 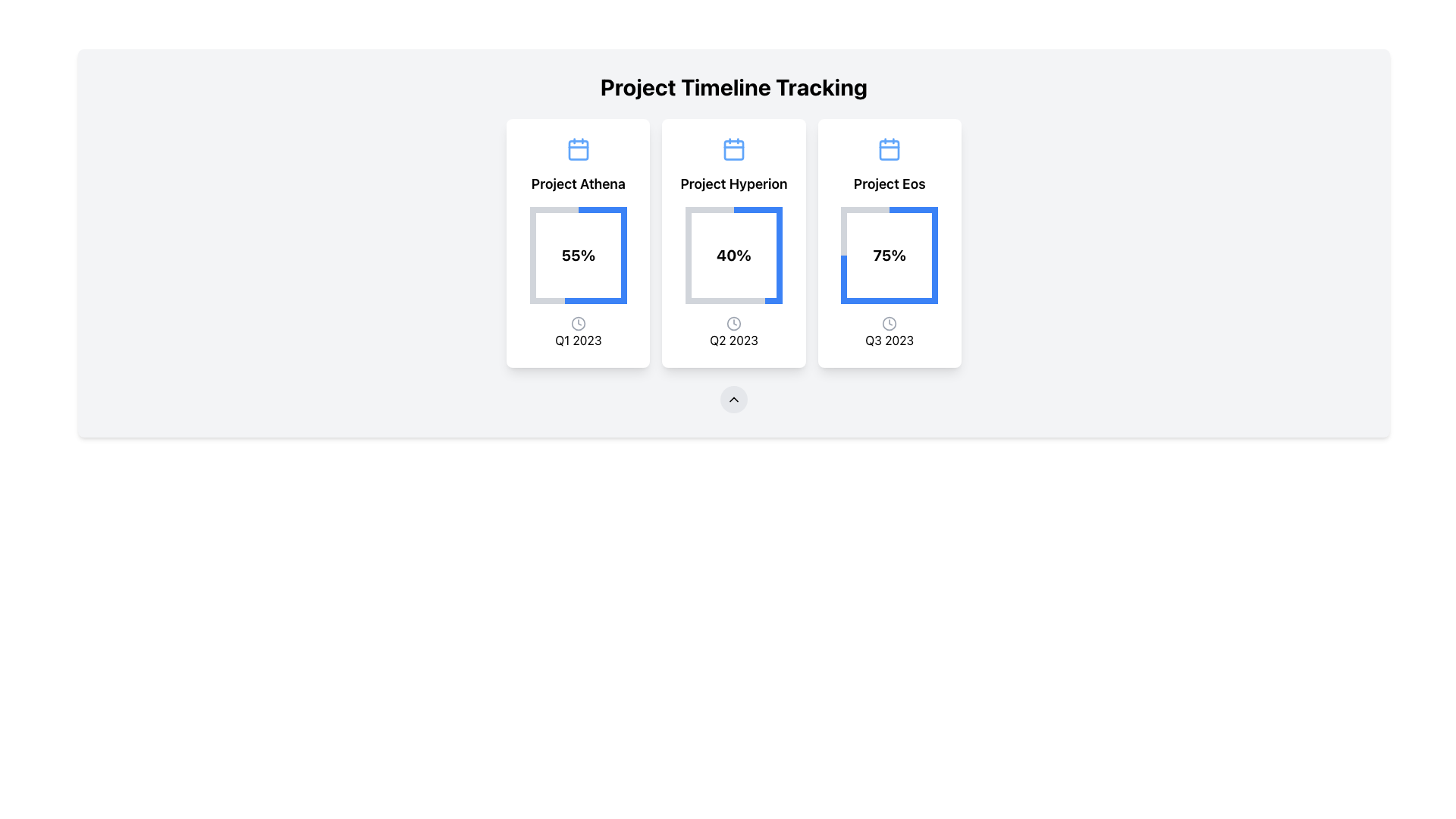 I want to click on the small upward-pointing chevron icon button, styled with a light gray circular background, located below the project blocks labeled 'Project Athena', 'Project Hyperion', and 'Project Eos', so click(x=734, y=399).